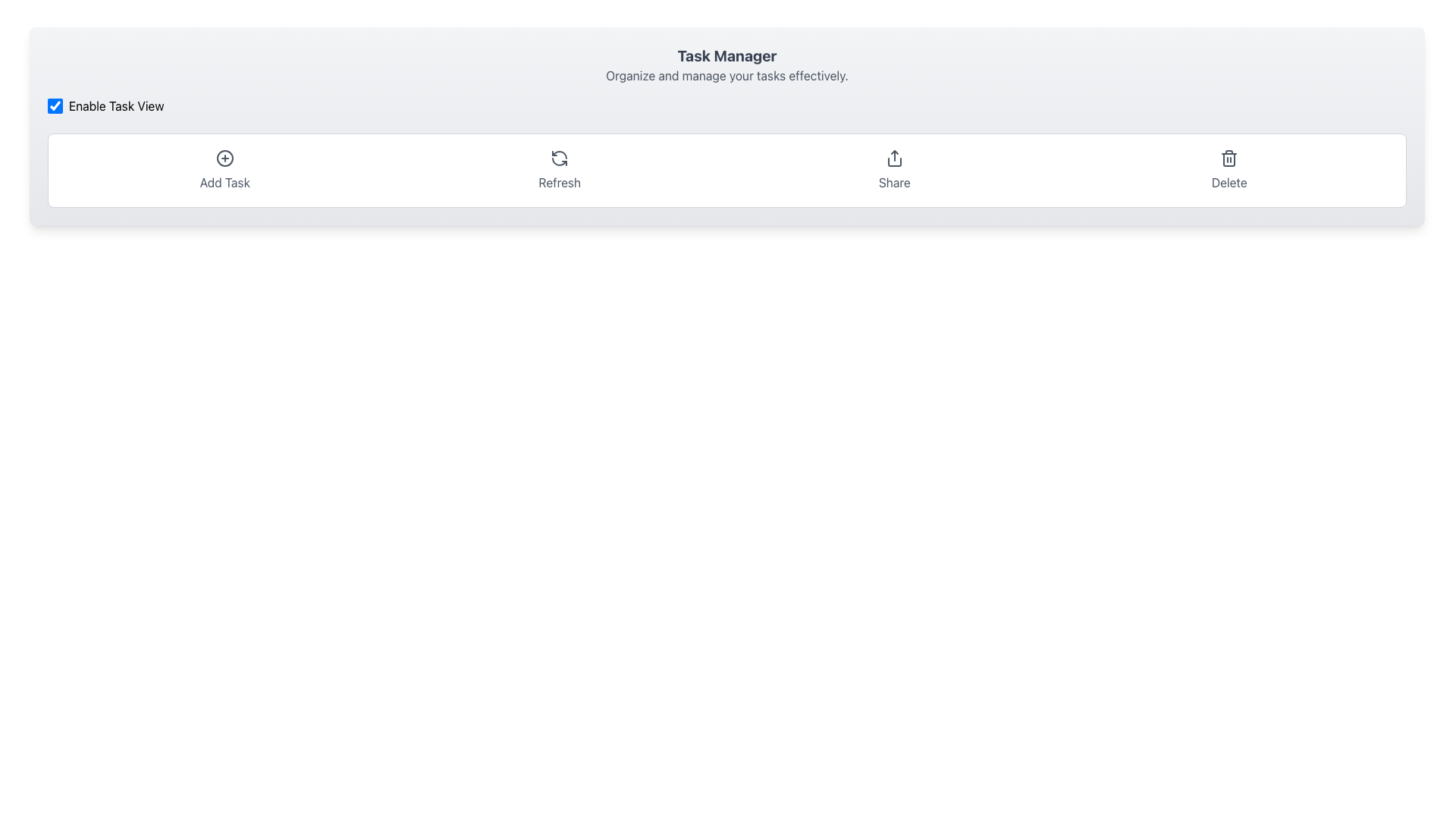  I want to click on the 'Add Task' button, which is a circular icon with a plus sign and text below it, located on the far left of the button series in the task management interface, so click(224, 170).